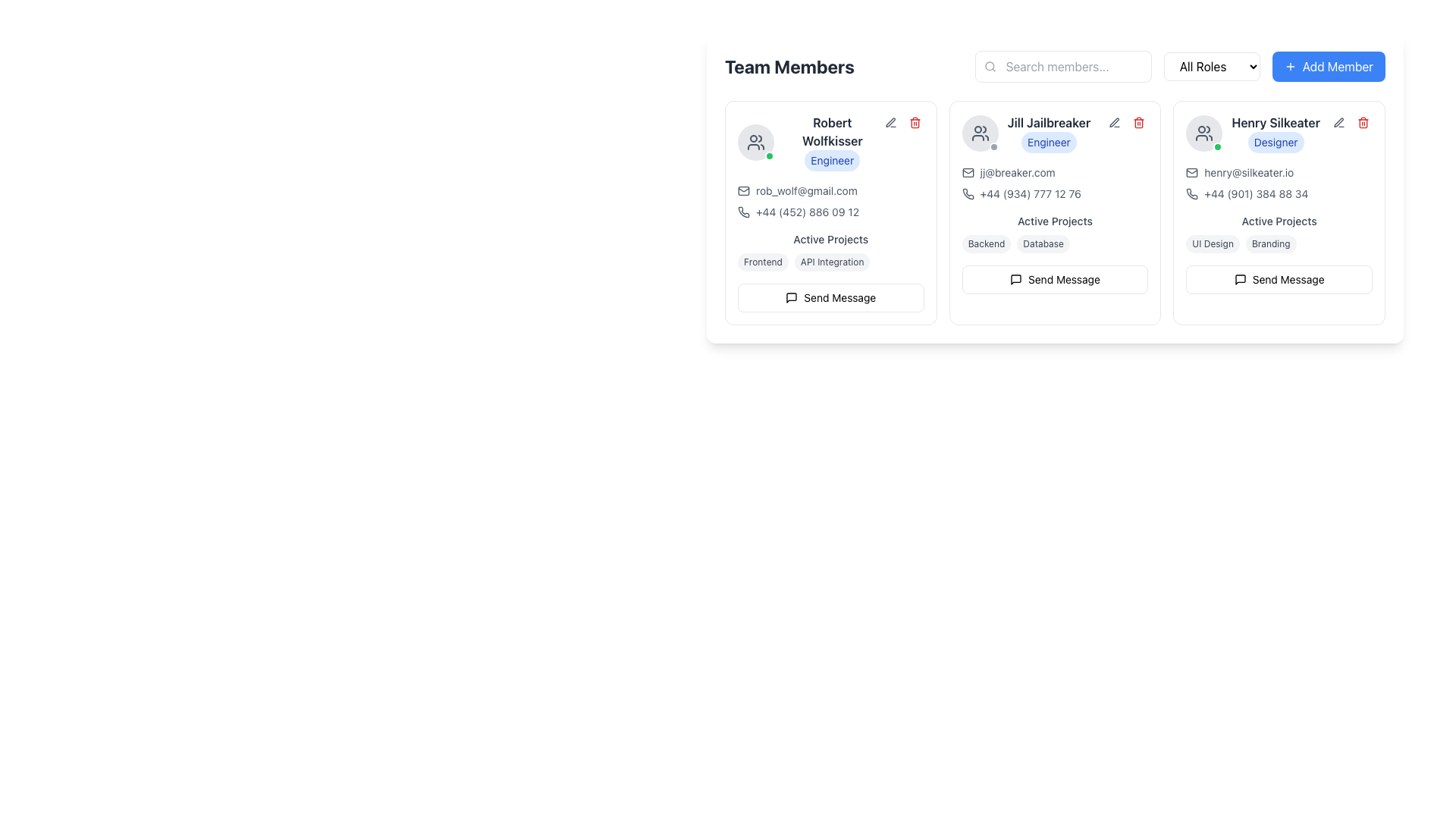 The image size is (1456, 819). I want to click on the small gray pen icon button located in the top-right corner of Robert Wolfkisser's profile card, so click(890, 122).